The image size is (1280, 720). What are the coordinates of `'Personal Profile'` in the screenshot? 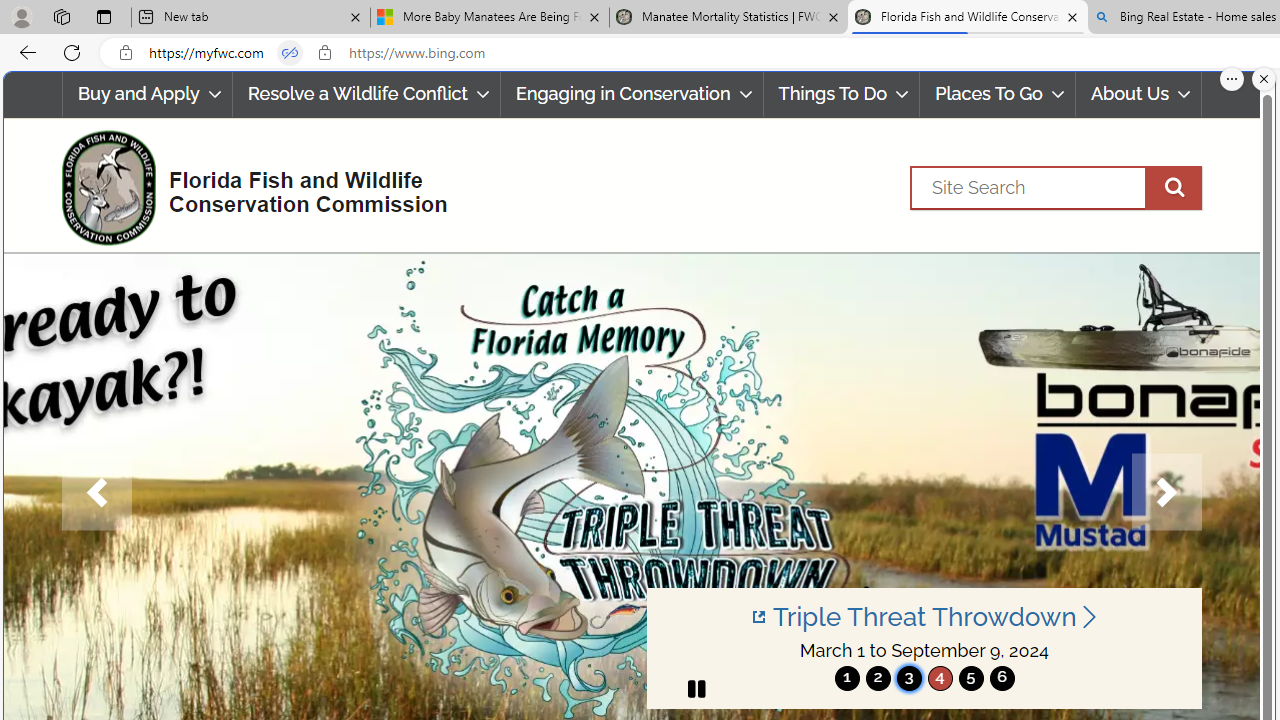 It's located at (21, 16).